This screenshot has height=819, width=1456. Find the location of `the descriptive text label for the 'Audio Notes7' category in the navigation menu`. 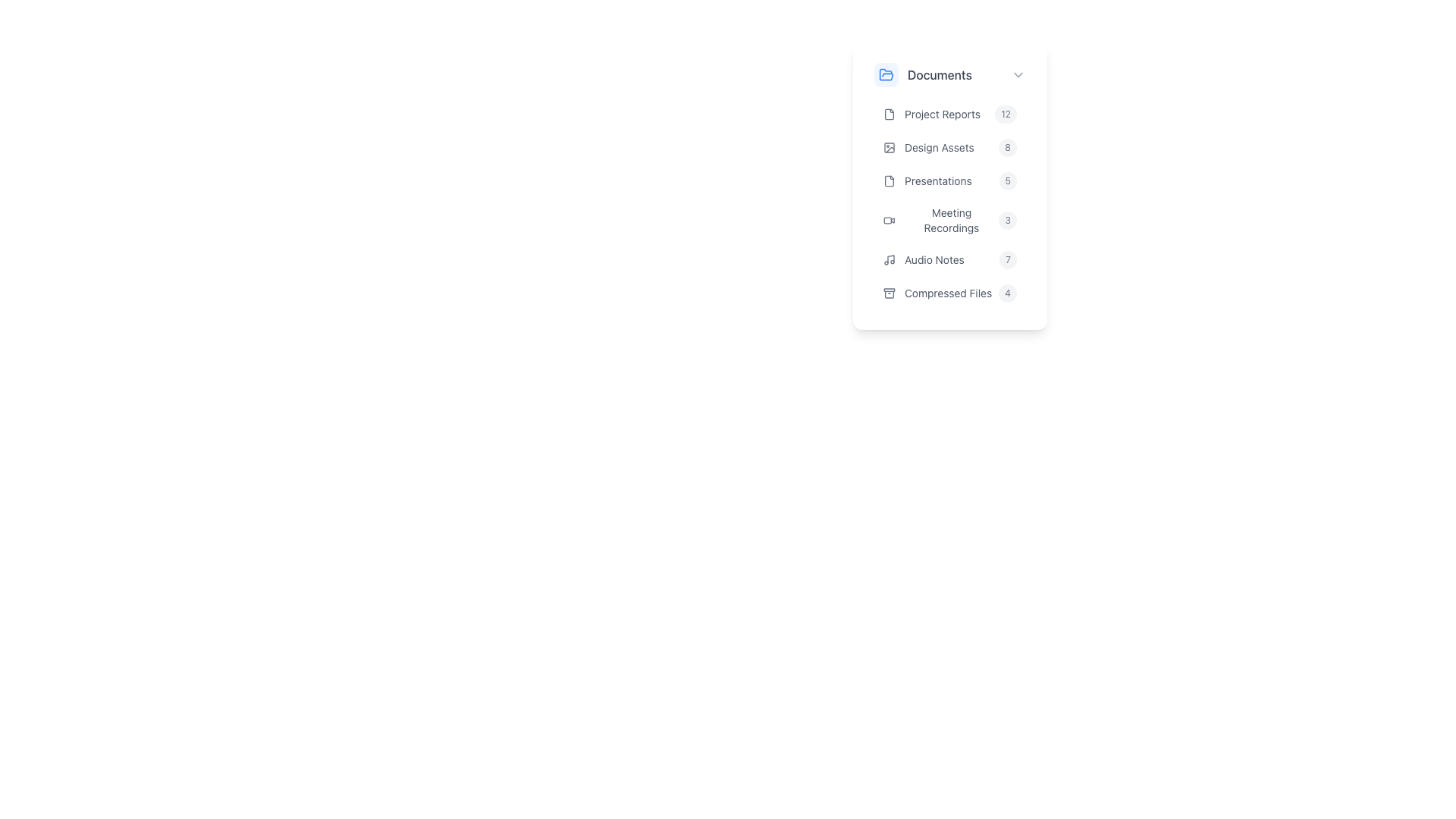

the descriptive text label for the 'Audio Notes7' category in the navigation menu is located at coordinates (934, 259).